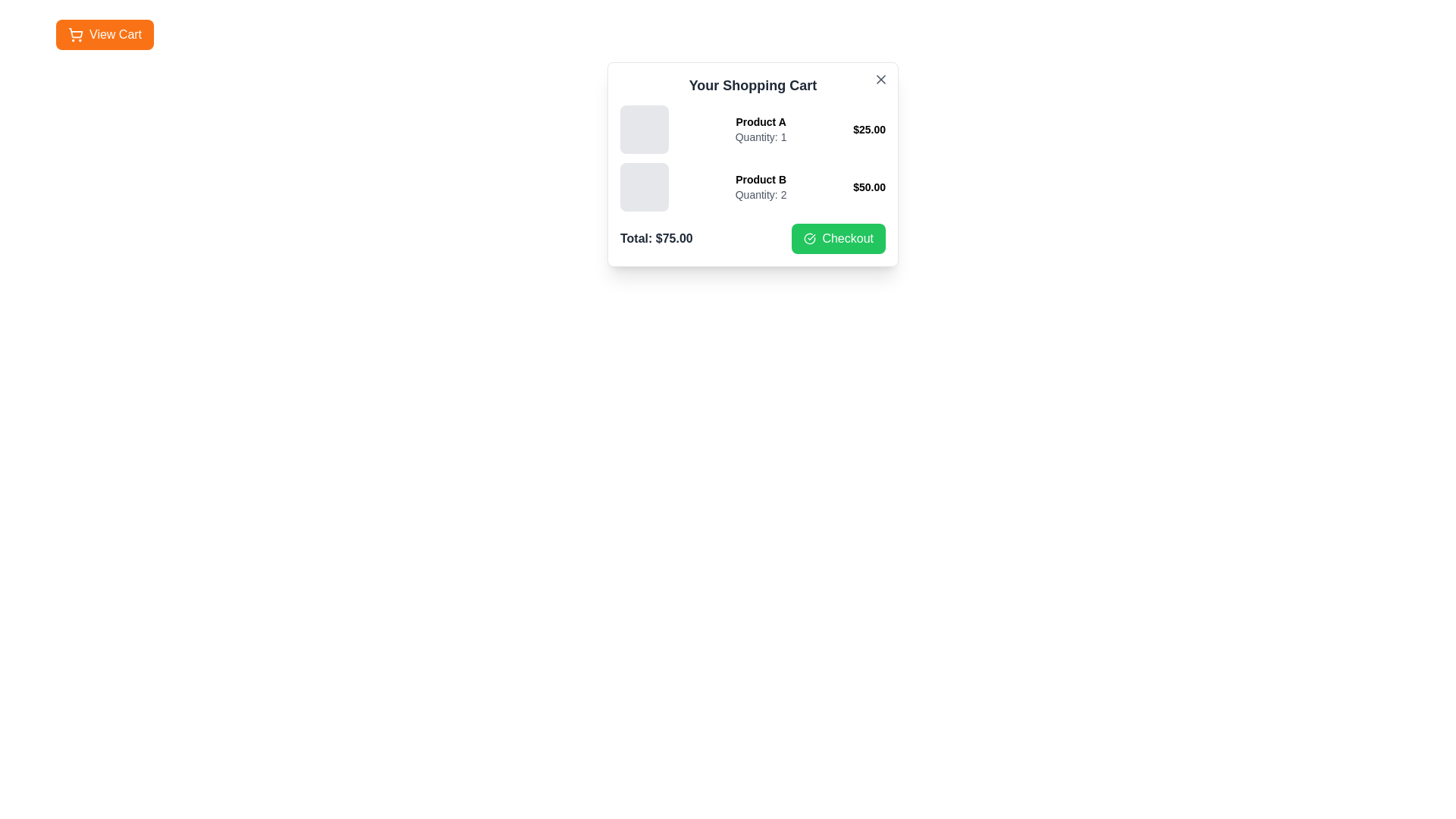  What do you see at coordinates (761, 194) in the screenshot?
I see `the text label displaying 'Quantity: 2' located below 'Product B' in the shopping cart interface` at bounding box center [761, 194].